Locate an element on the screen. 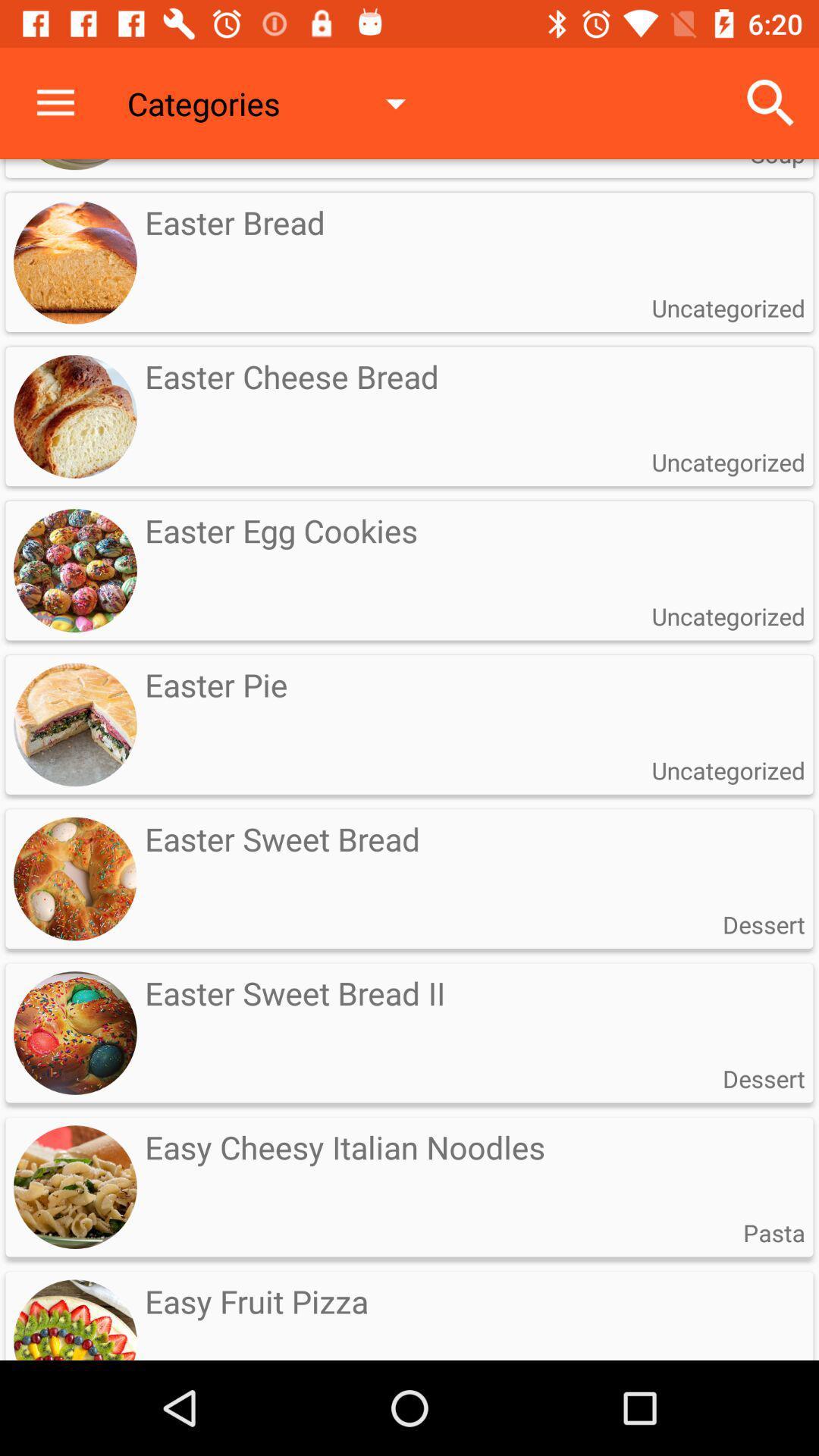 This screenshot has width=819, height=1456. icon above the soup item is located at coordinates (771, 102).